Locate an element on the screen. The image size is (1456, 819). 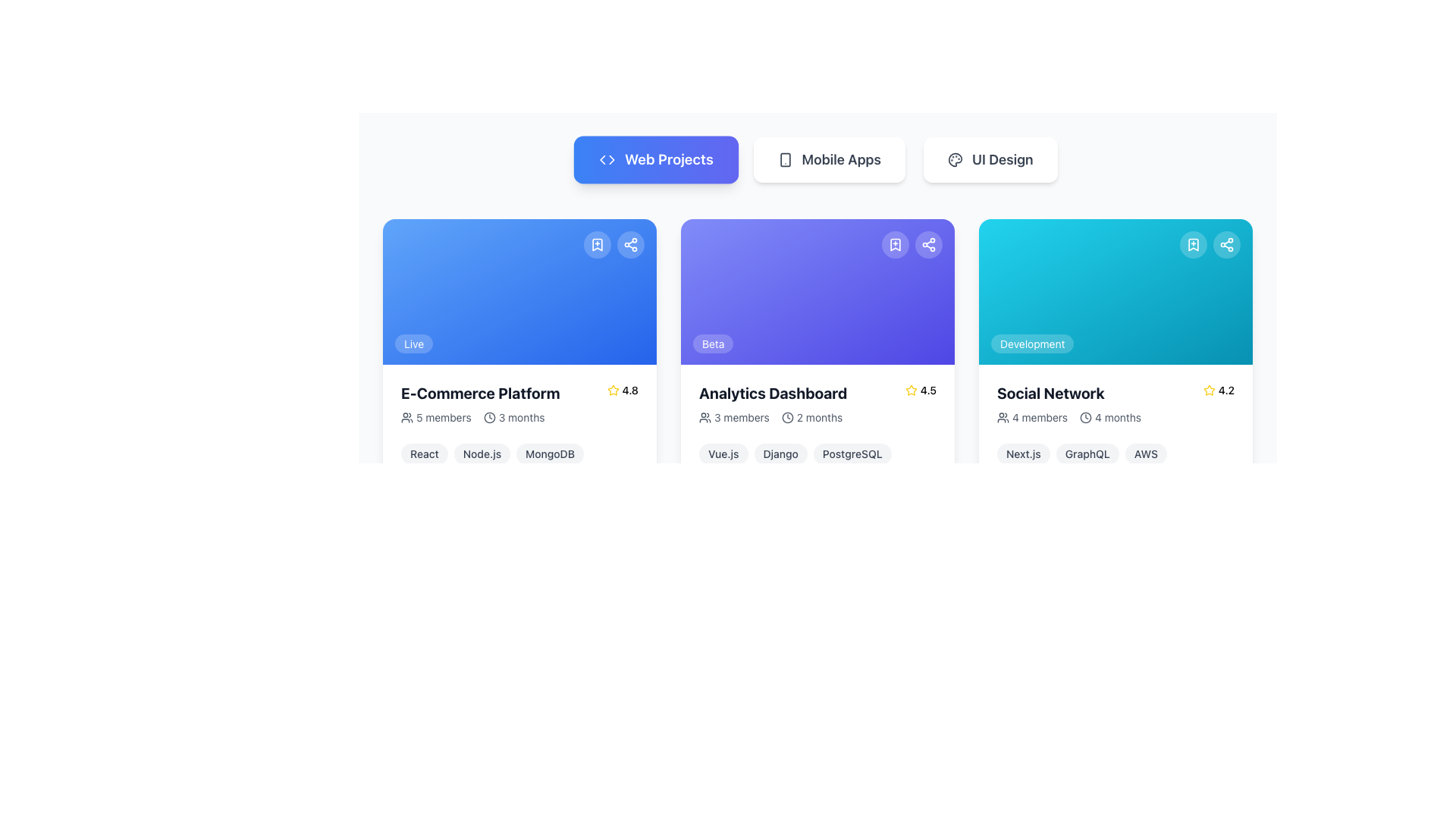
the circular button housing a share icon located in the top-right corner of the 'Social Network' card to activate a hover effect is located at coordinates (1226, 244).